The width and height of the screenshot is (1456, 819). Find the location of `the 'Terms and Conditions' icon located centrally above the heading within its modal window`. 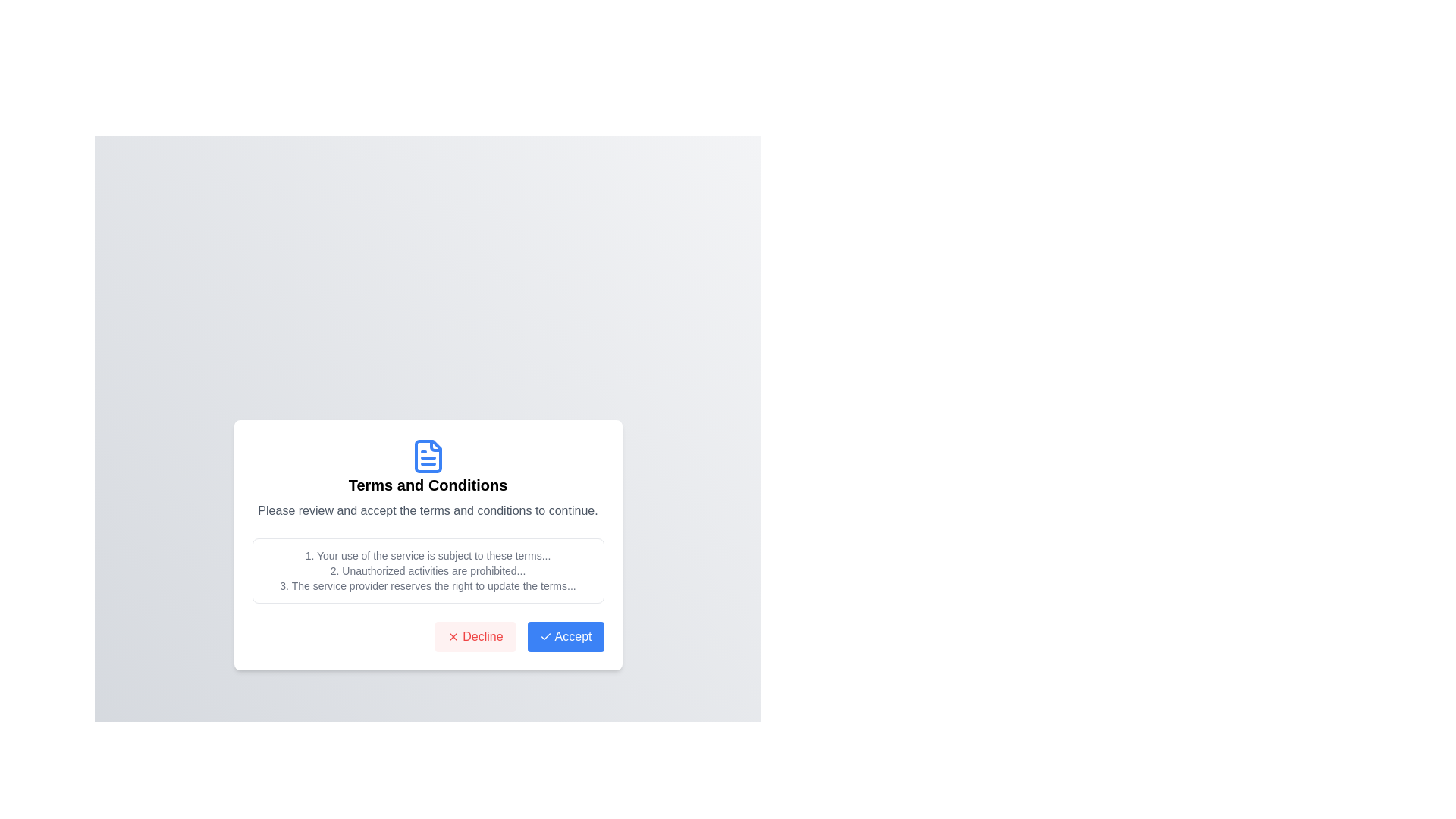

the 'Terms and Conditions' icon located centrally above the heading within its modal window is located at coordinates (427, 455).